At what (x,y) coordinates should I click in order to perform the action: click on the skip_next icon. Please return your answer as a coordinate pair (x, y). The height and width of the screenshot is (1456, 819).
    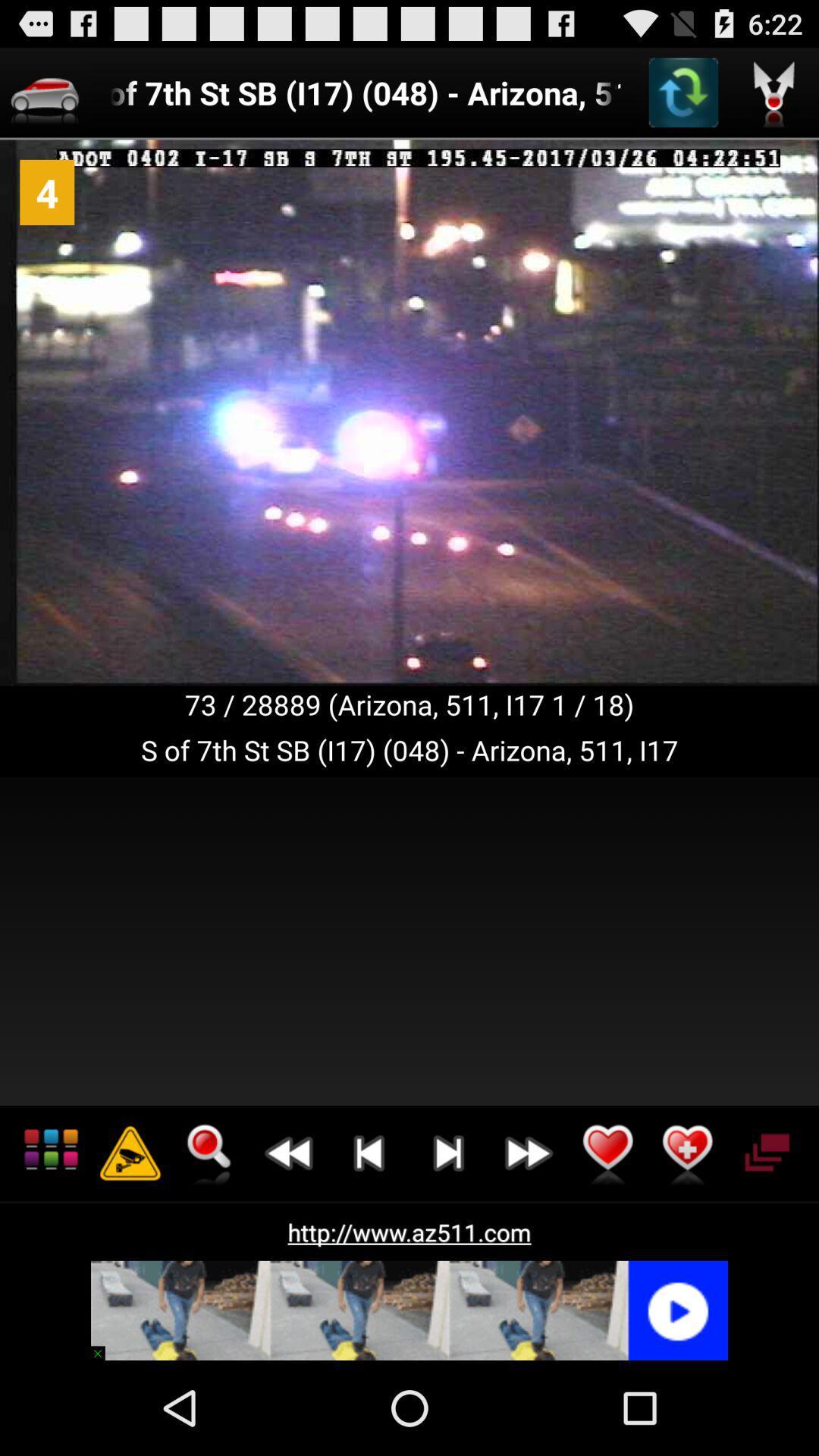
    Looking at the image, I should click on (447, 1234).